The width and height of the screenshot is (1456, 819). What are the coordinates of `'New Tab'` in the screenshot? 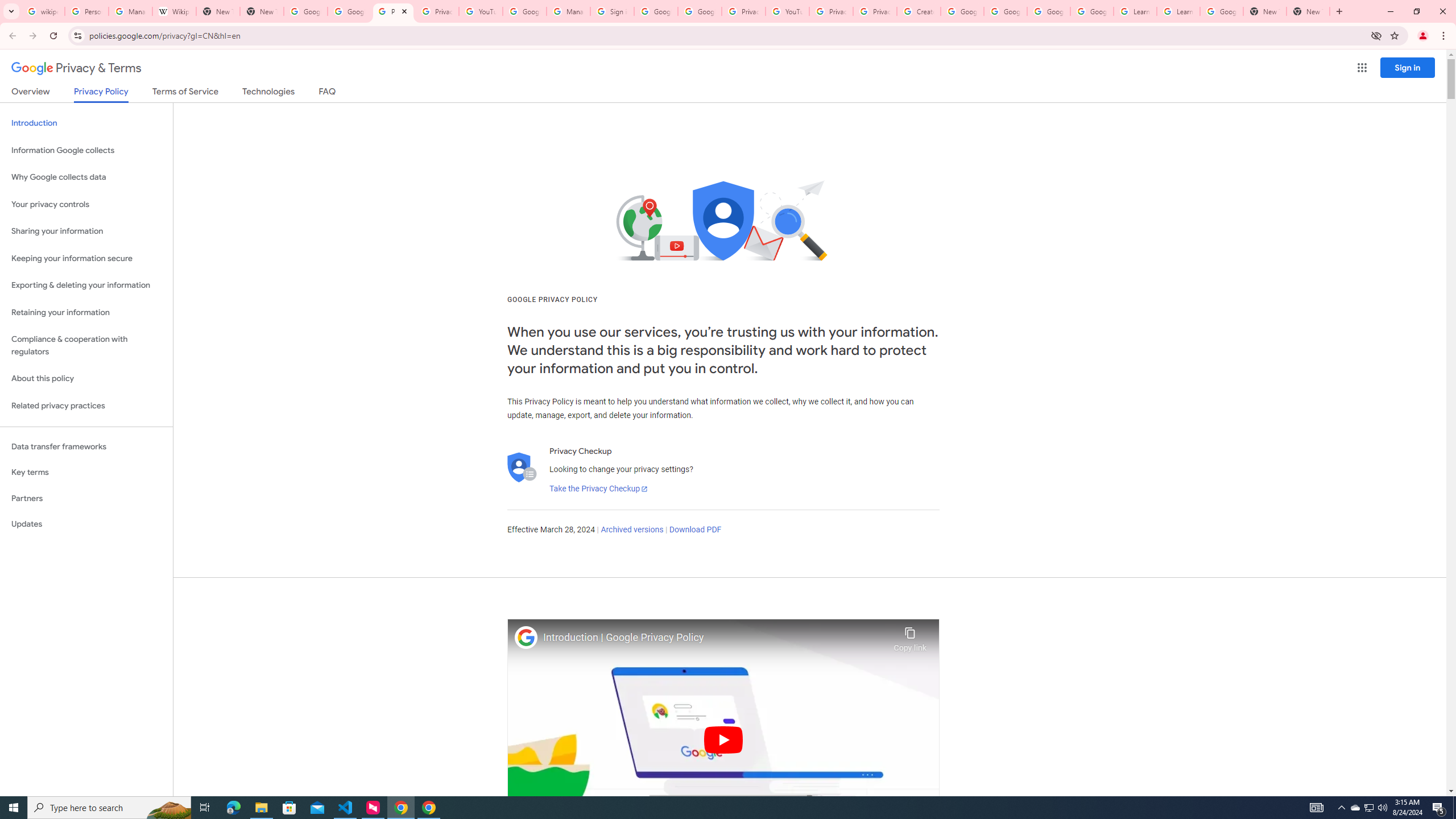 It's located at (1264, 11).